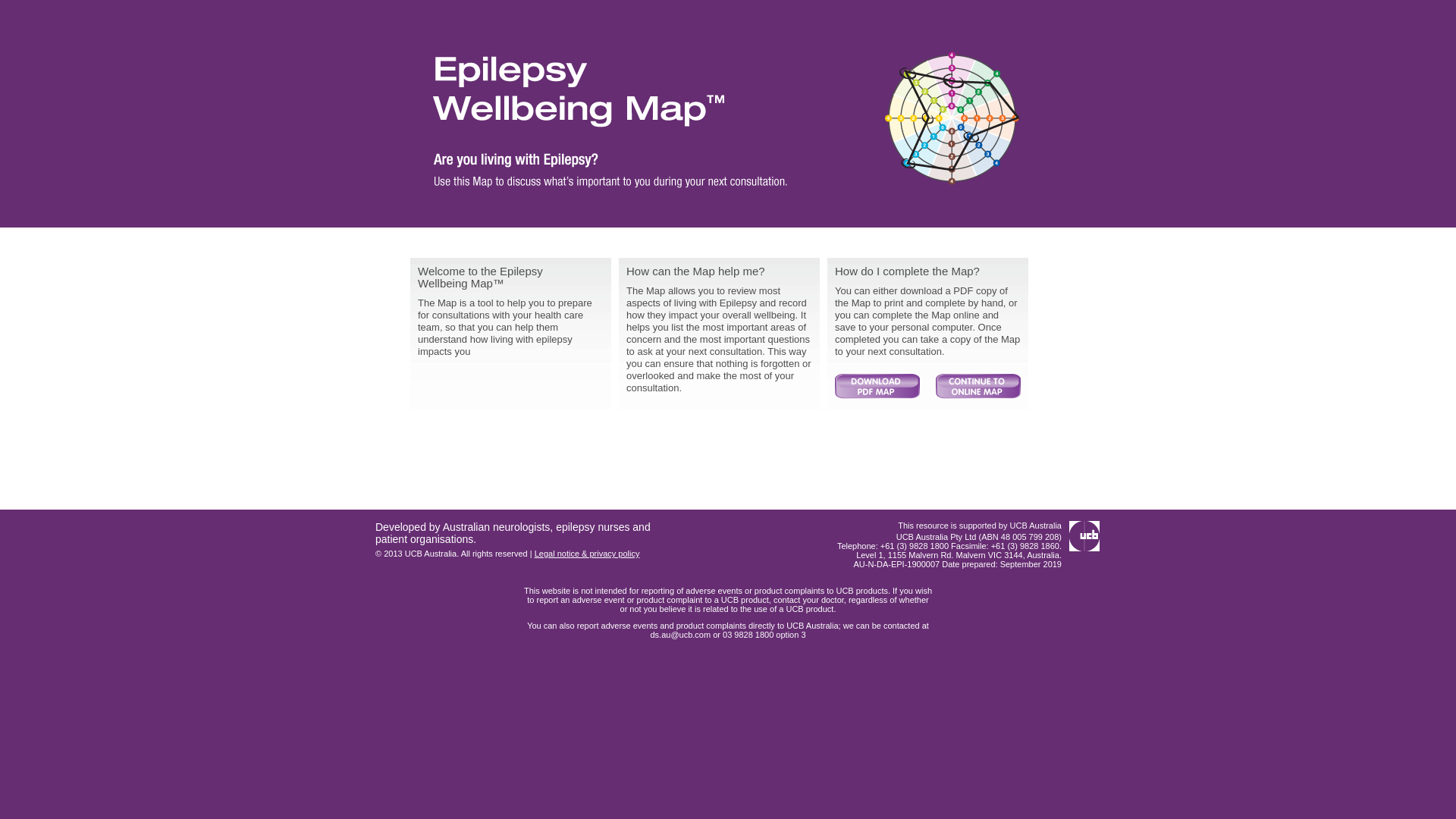 Image resolution: width=1456 pixels, height=819 pixels. What do you see at coordinates (978, 385) in the screenshot?
I see `'Continue'` at bounding box center [978, 385].